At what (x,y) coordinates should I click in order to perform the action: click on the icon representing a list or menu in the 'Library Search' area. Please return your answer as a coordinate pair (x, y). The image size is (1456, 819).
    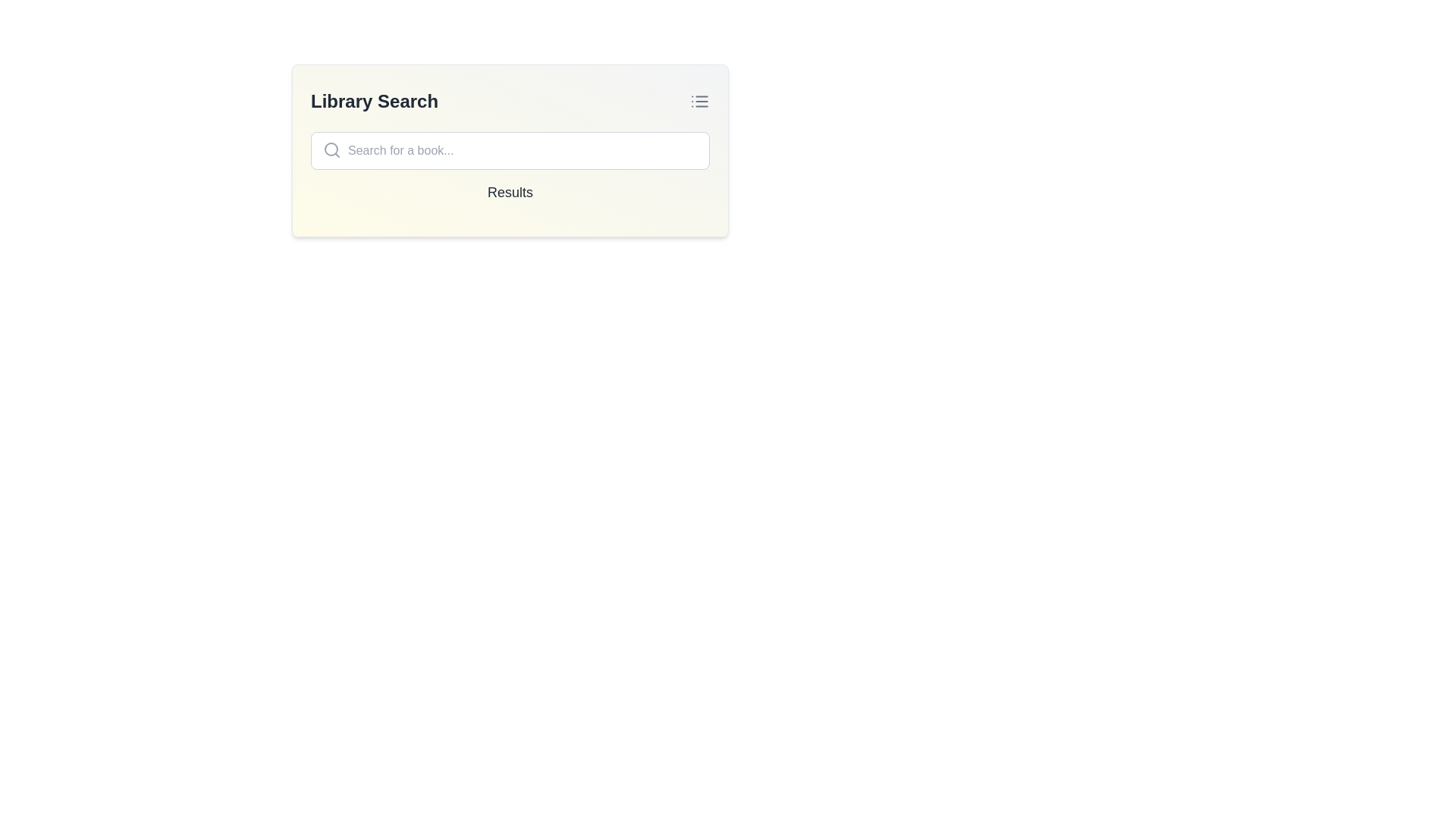
    Looking at the image, I should click on (698, 102).